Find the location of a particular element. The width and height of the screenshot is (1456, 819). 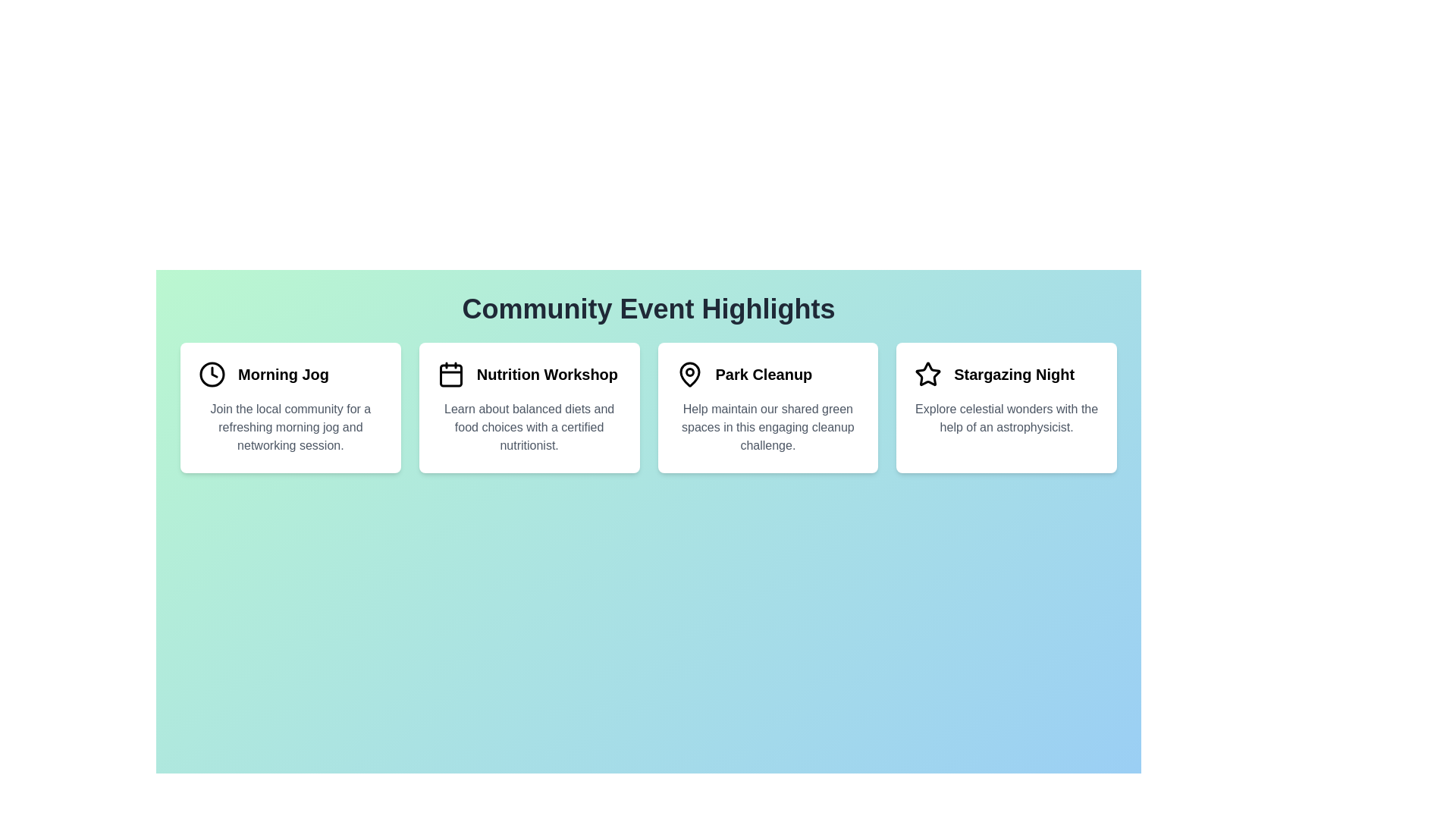

the text element that reads 'Learn about balanced diets and food choices with a certified nutritionist.' which is styled in gray and located beneath the 'Nutrition Workshop' heading within the Nutrition Workshop card is located at coordinates (529, 427).